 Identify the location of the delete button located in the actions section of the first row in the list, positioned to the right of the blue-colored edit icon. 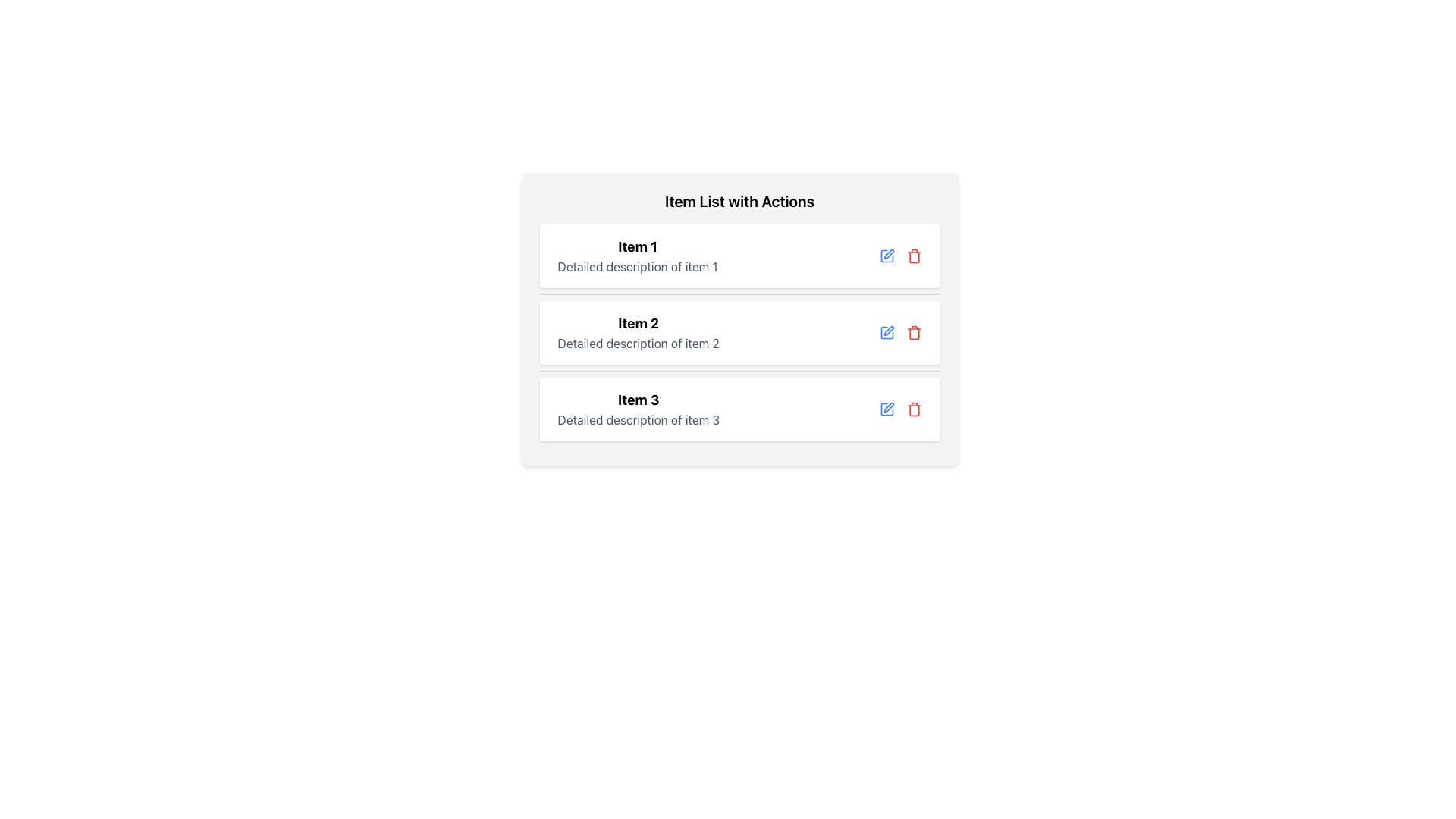
(913, 256).